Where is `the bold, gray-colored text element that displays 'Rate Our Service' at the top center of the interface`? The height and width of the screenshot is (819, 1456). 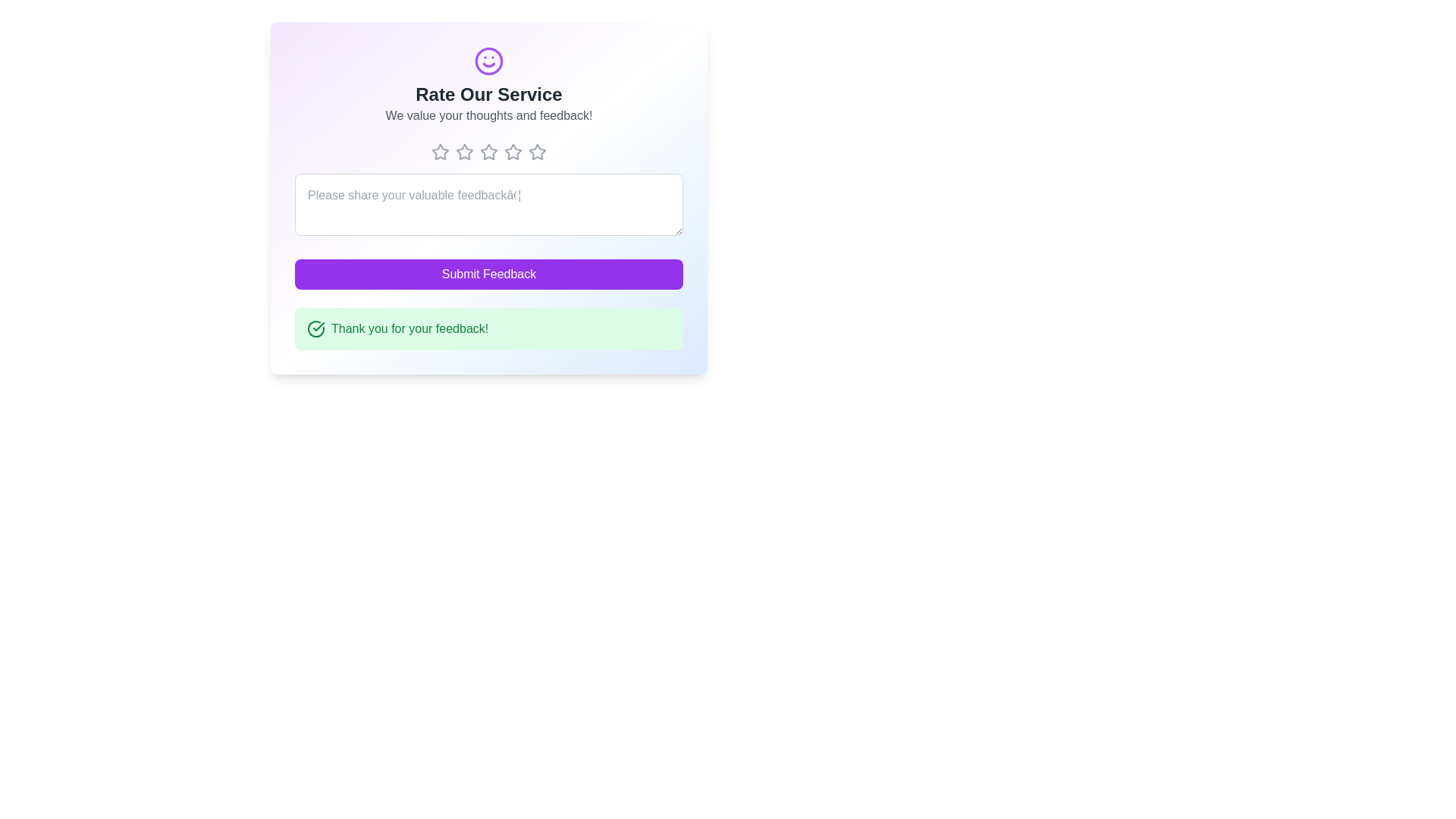
the bold, gray-colored text element that displays 'Rate Our Service' at the top center of the interface is located at coordinates (488, 94).